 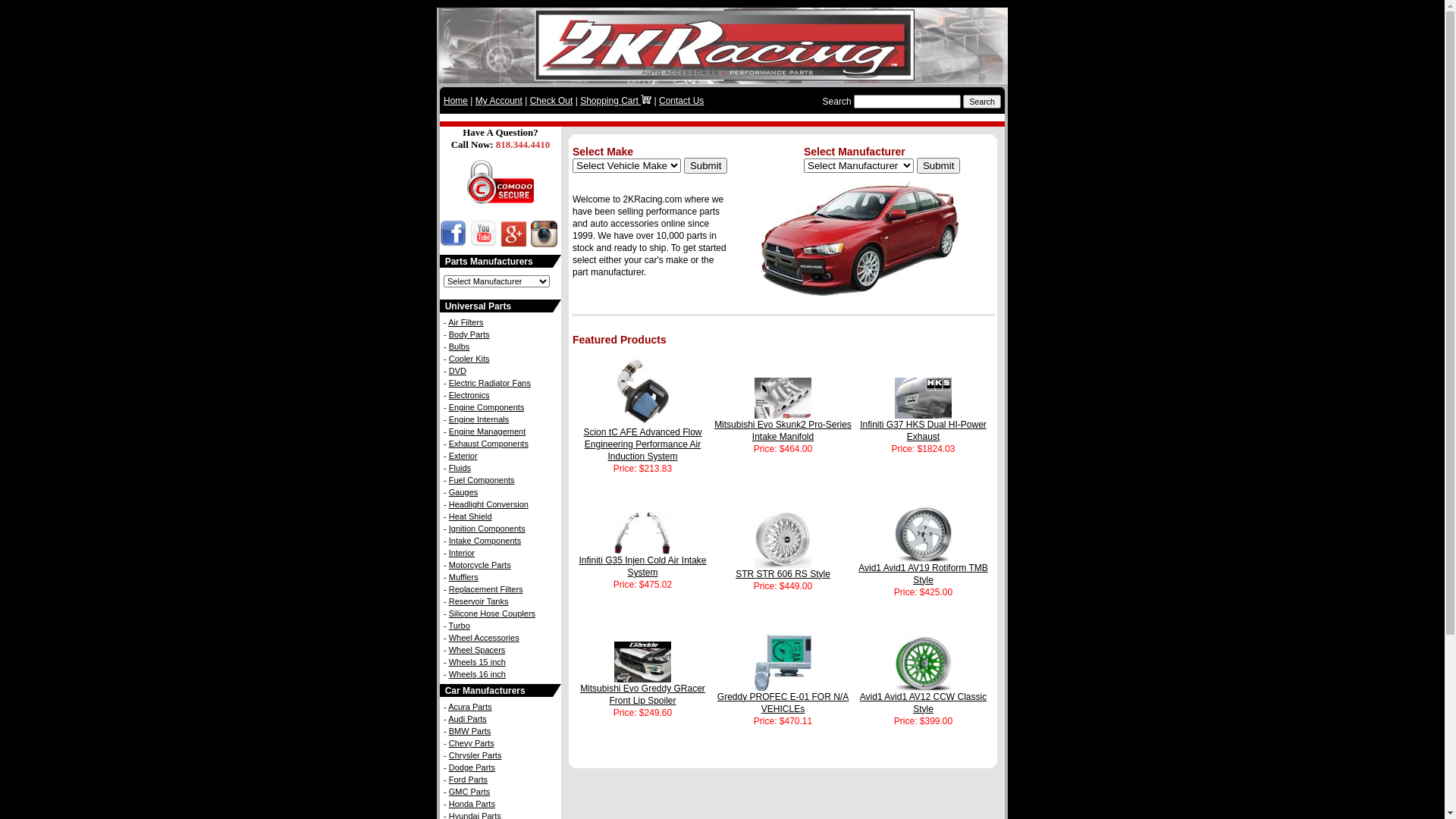 I want to click on 'Mufflers', so click(x=463, y=576).